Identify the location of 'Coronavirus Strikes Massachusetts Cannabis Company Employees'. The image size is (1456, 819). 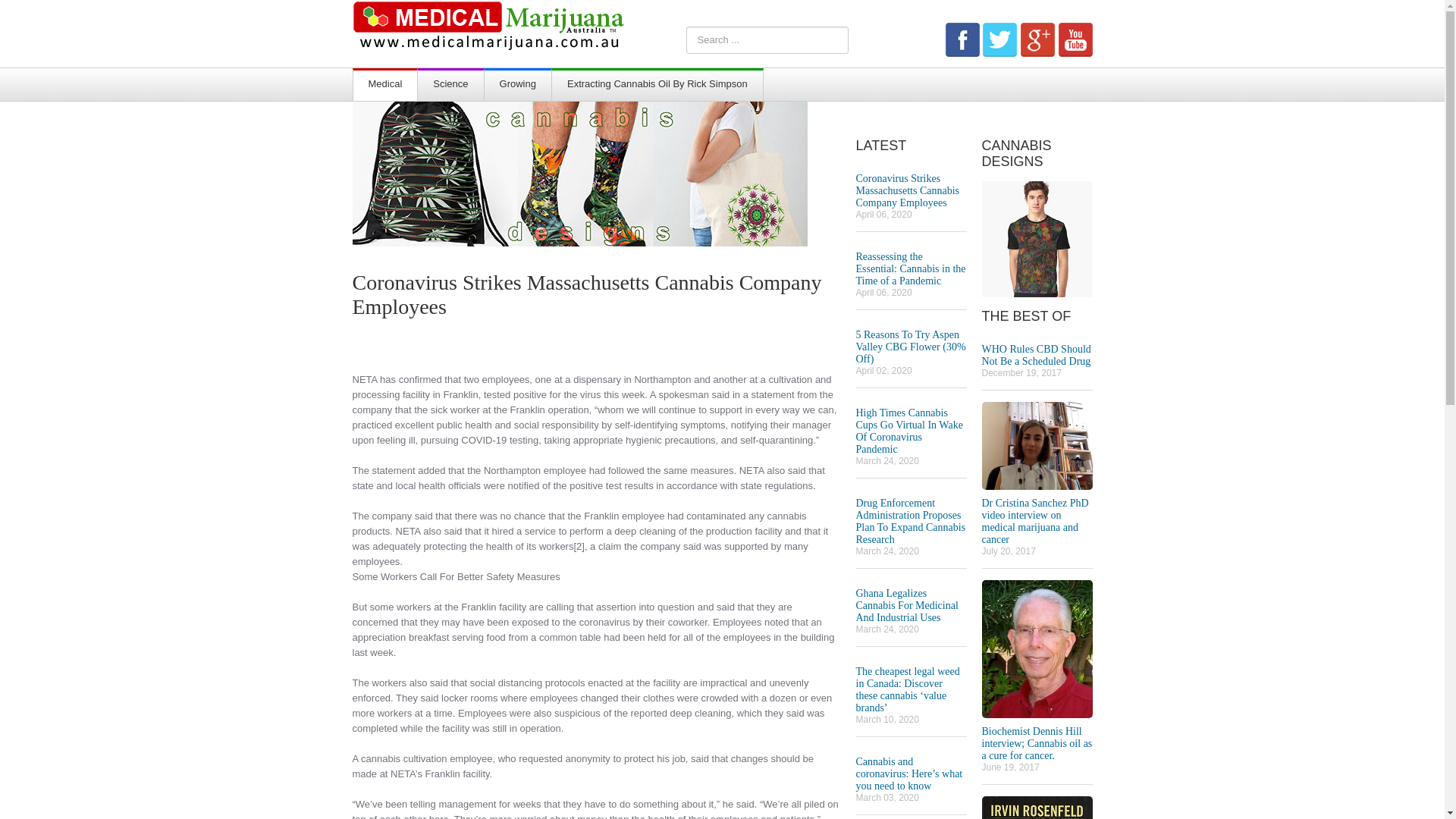
(906, 190).